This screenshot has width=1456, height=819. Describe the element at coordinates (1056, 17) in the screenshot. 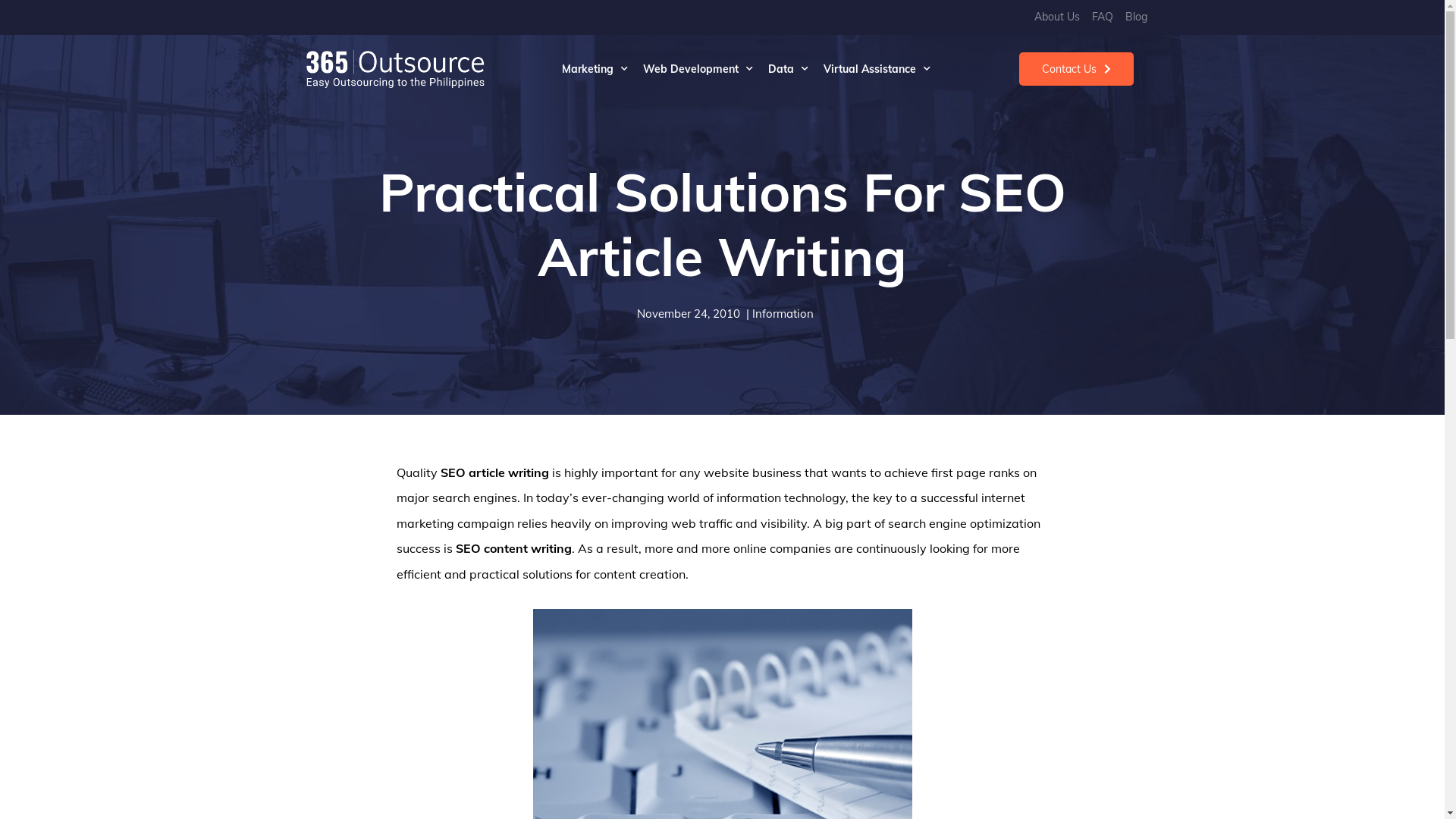

I see `'About Us'` at that location.